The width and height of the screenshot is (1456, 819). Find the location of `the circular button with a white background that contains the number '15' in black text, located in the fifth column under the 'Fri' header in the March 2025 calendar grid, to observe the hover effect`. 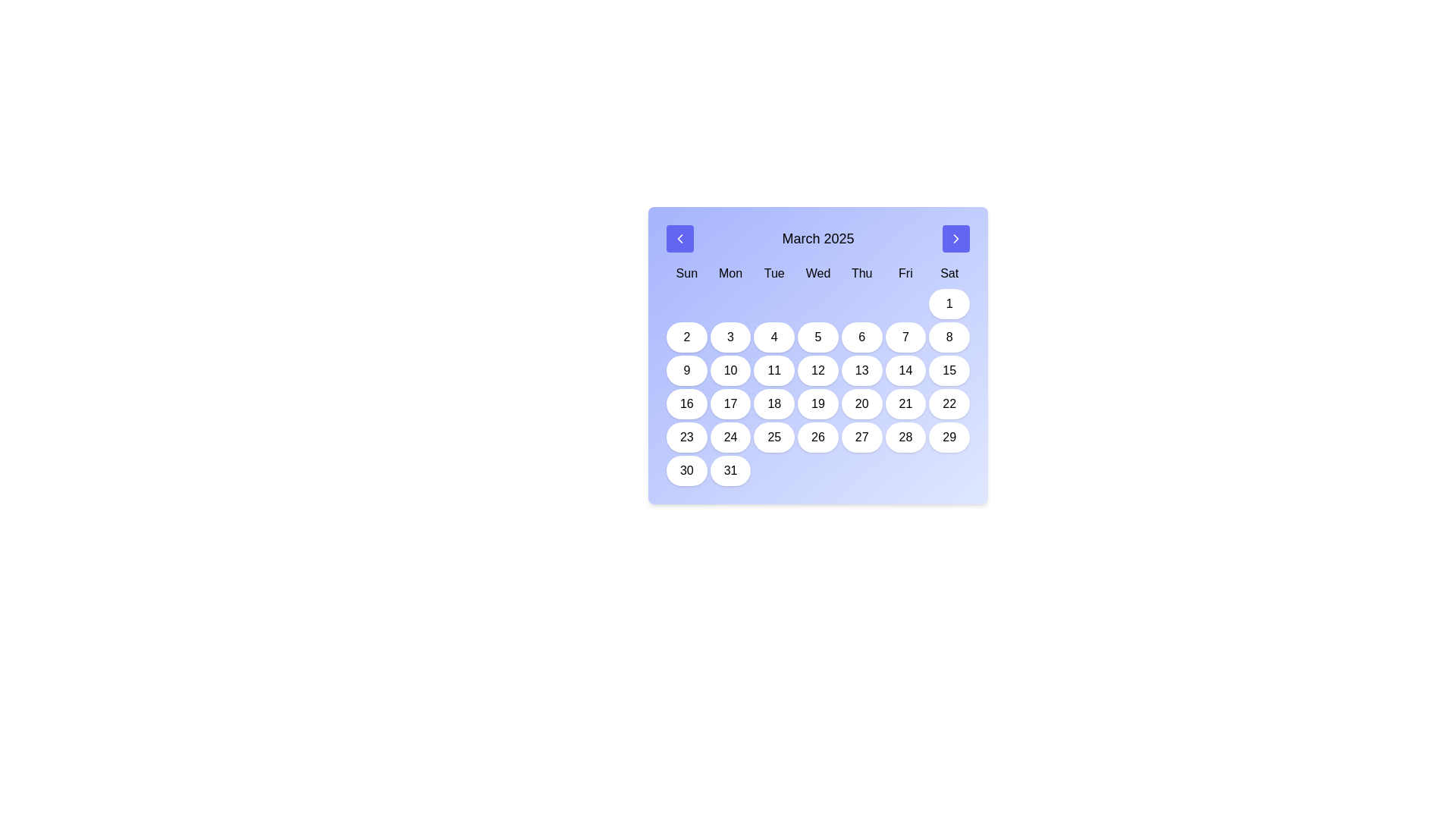

the circular button with a white background that contains the number '15' in black text, located in the fifth column under the 'Fri' header in the March 2025 calendar grid, to observe the hover effect is located at coordinates (949, 371).